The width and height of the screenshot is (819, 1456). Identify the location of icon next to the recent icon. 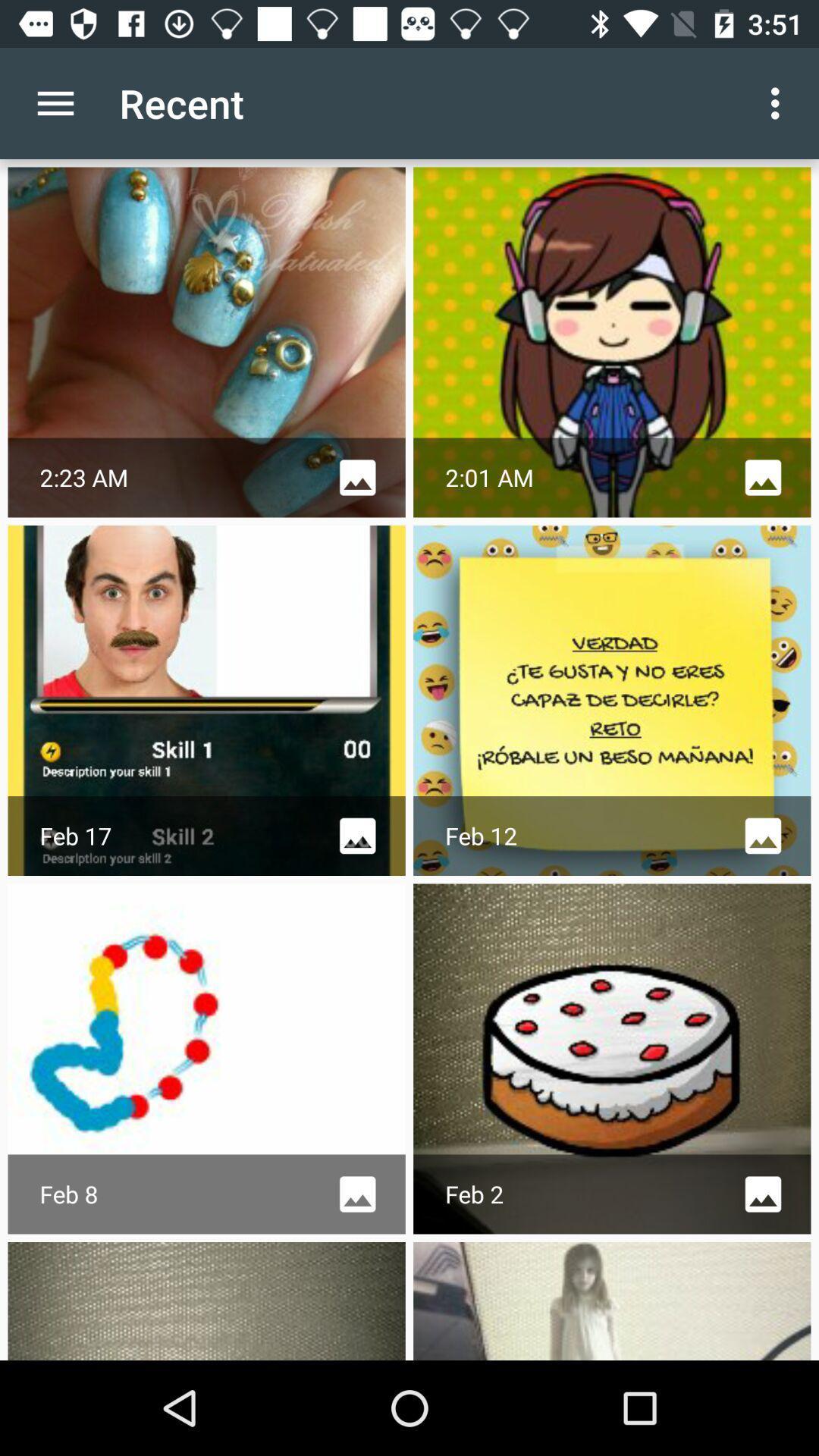
(779, 102).